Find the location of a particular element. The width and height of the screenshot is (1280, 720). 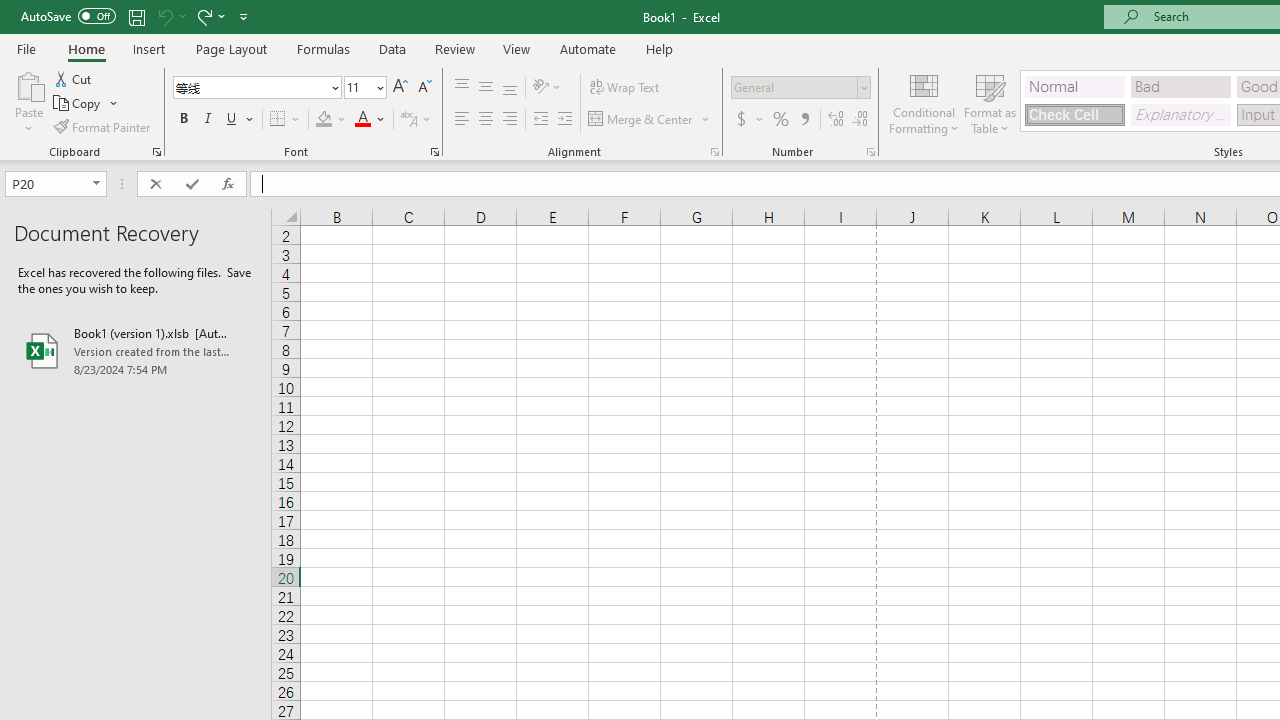

'Format Cell Alignment' is located at coordinates (714, 150).